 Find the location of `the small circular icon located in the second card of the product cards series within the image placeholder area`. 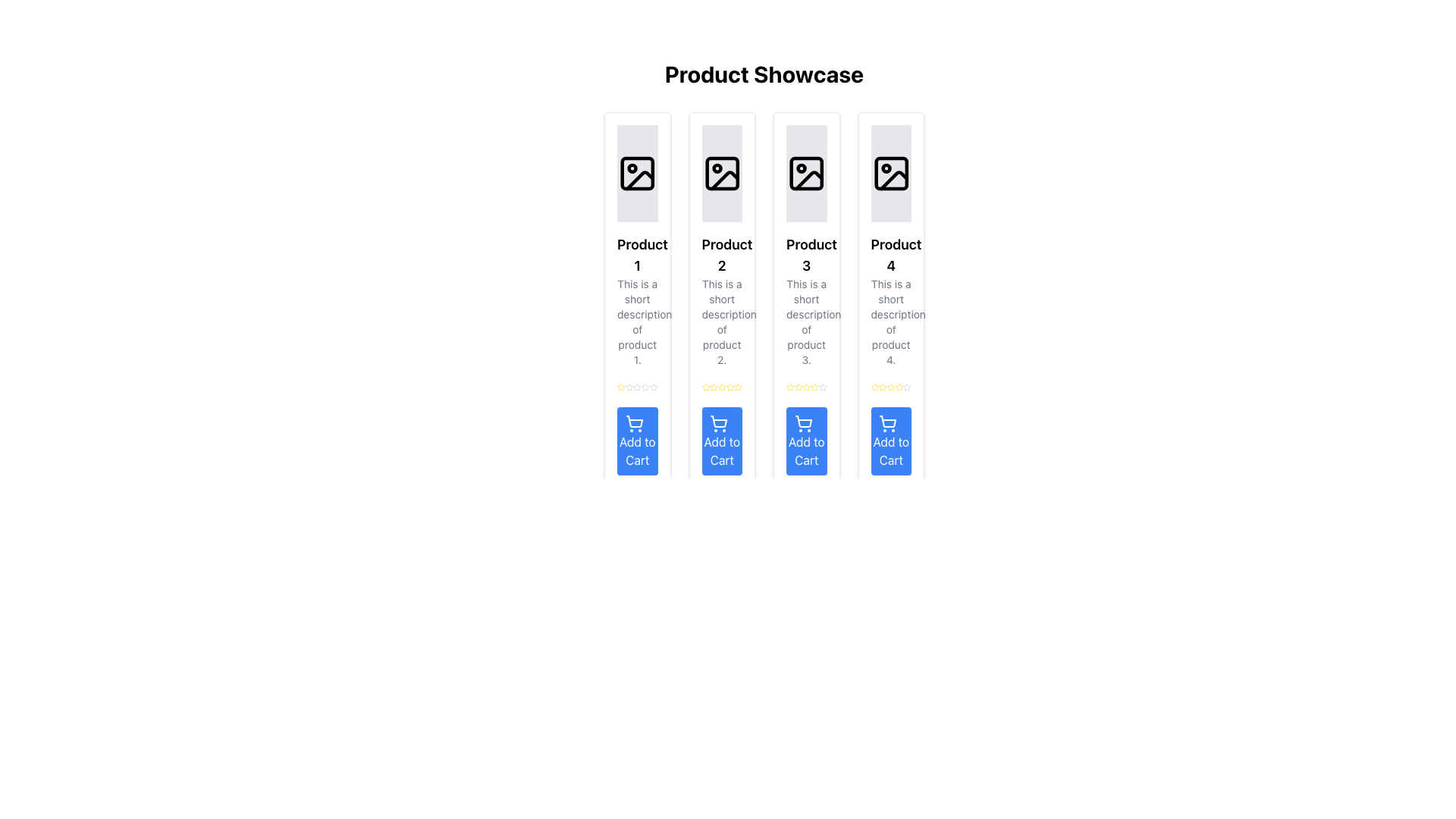

the small circular icon located in the second card of the product cards series within the image placeholder area is located at coordinates (716, 168).